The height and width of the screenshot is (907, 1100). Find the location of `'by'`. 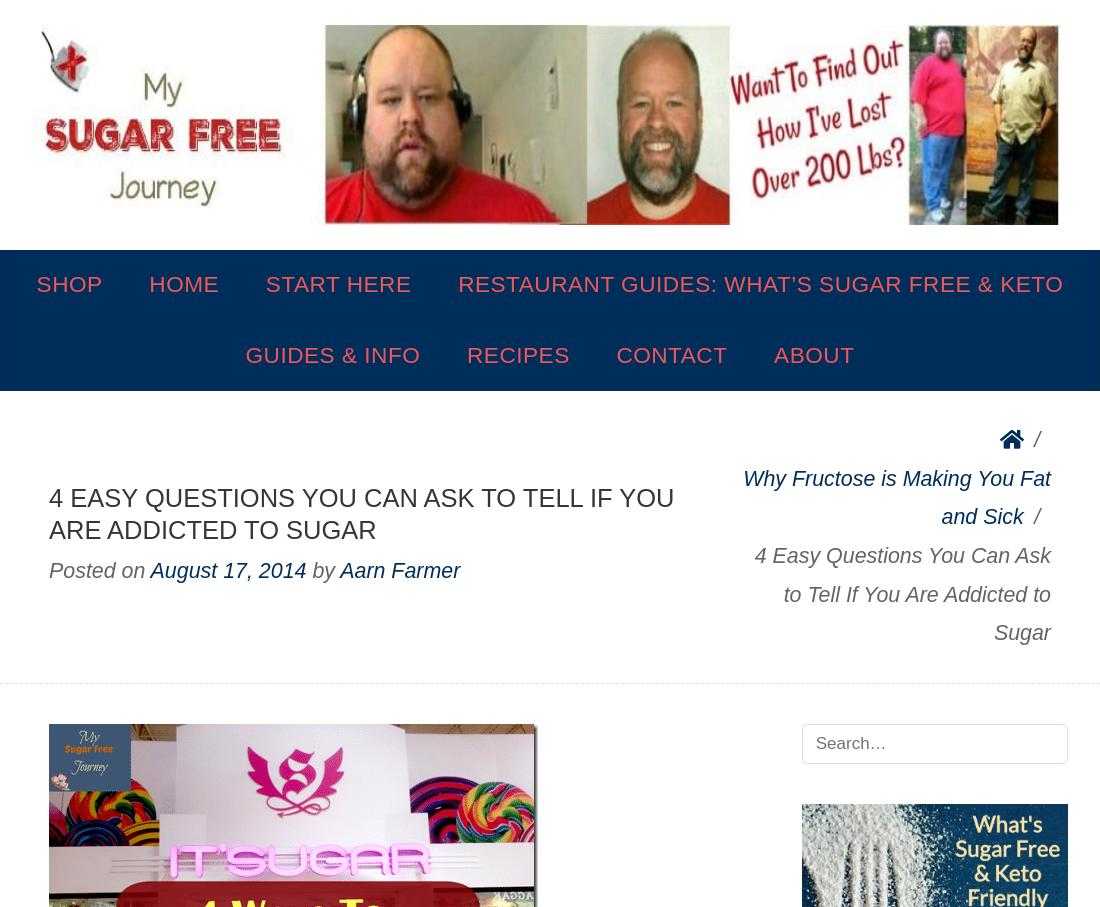

'by' is located at coordinates (321, 570).